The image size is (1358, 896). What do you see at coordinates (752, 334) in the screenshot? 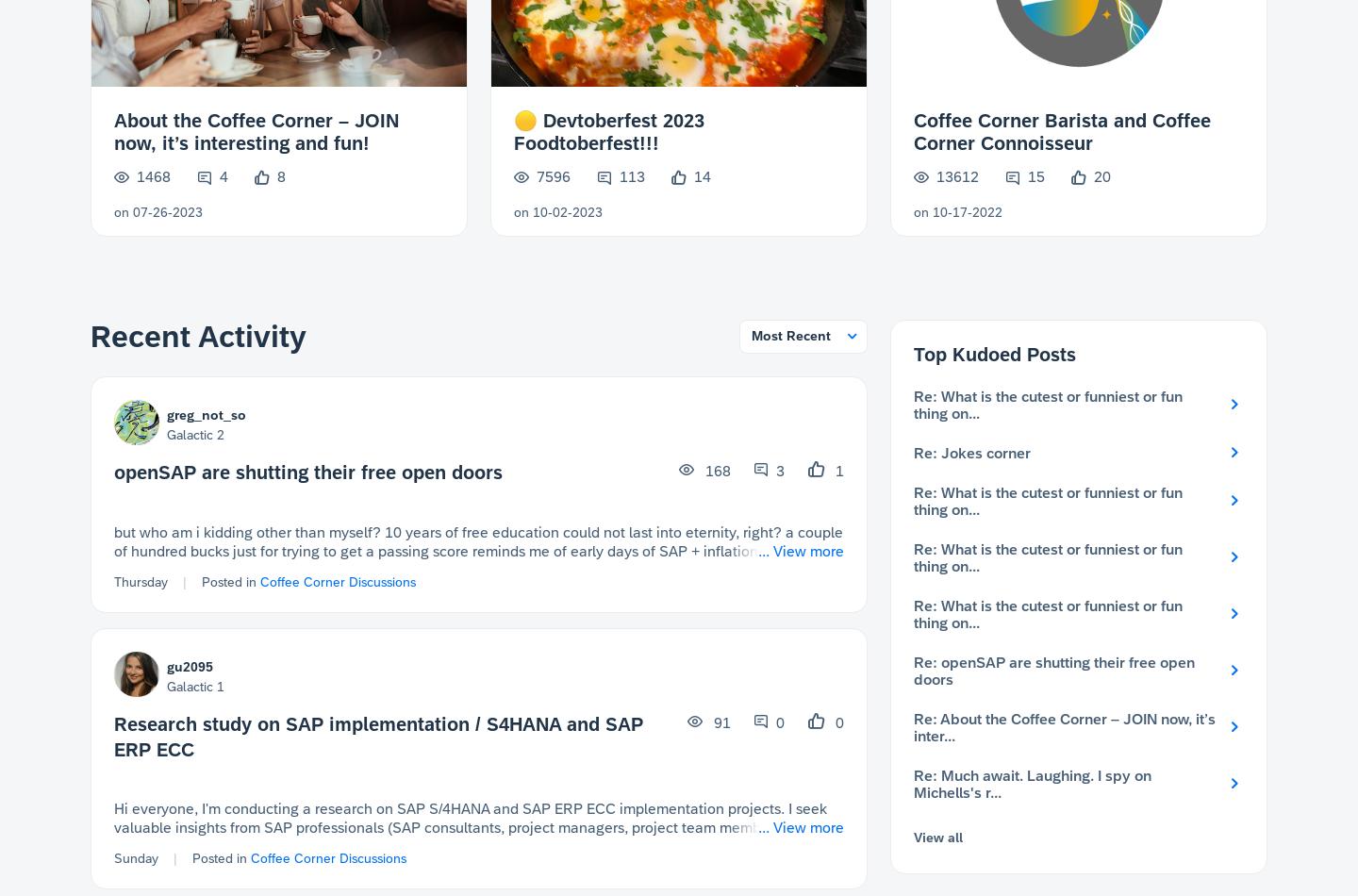
I see `'Most Recent'` at bounding box center [752, 334].